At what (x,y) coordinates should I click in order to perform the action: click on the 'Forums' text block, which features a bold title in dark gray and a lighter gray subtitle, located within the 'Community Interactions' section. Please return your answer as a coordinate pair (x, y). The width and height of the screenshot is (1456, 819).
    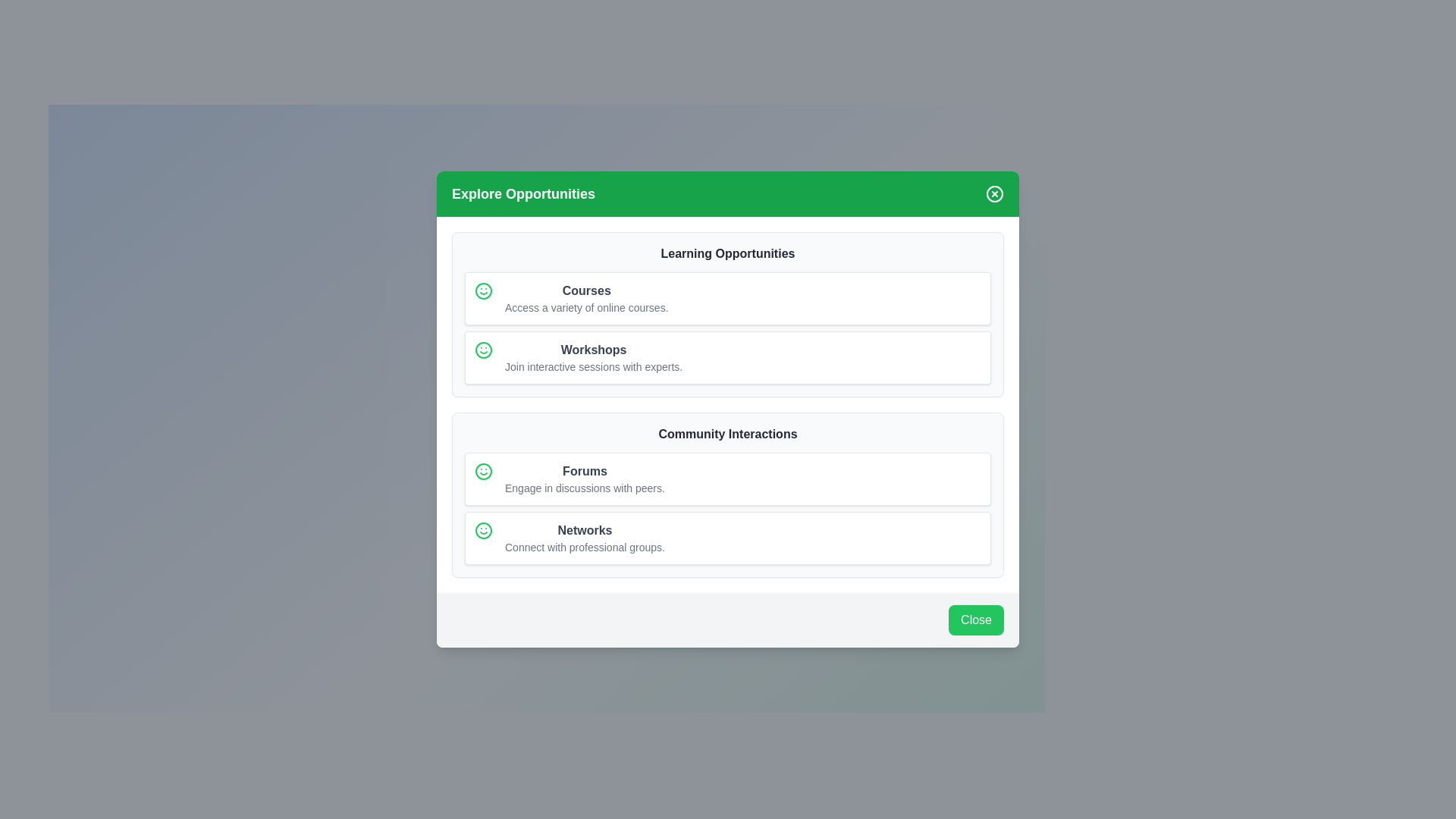
    Looking at the image, I should click on (584, 479).